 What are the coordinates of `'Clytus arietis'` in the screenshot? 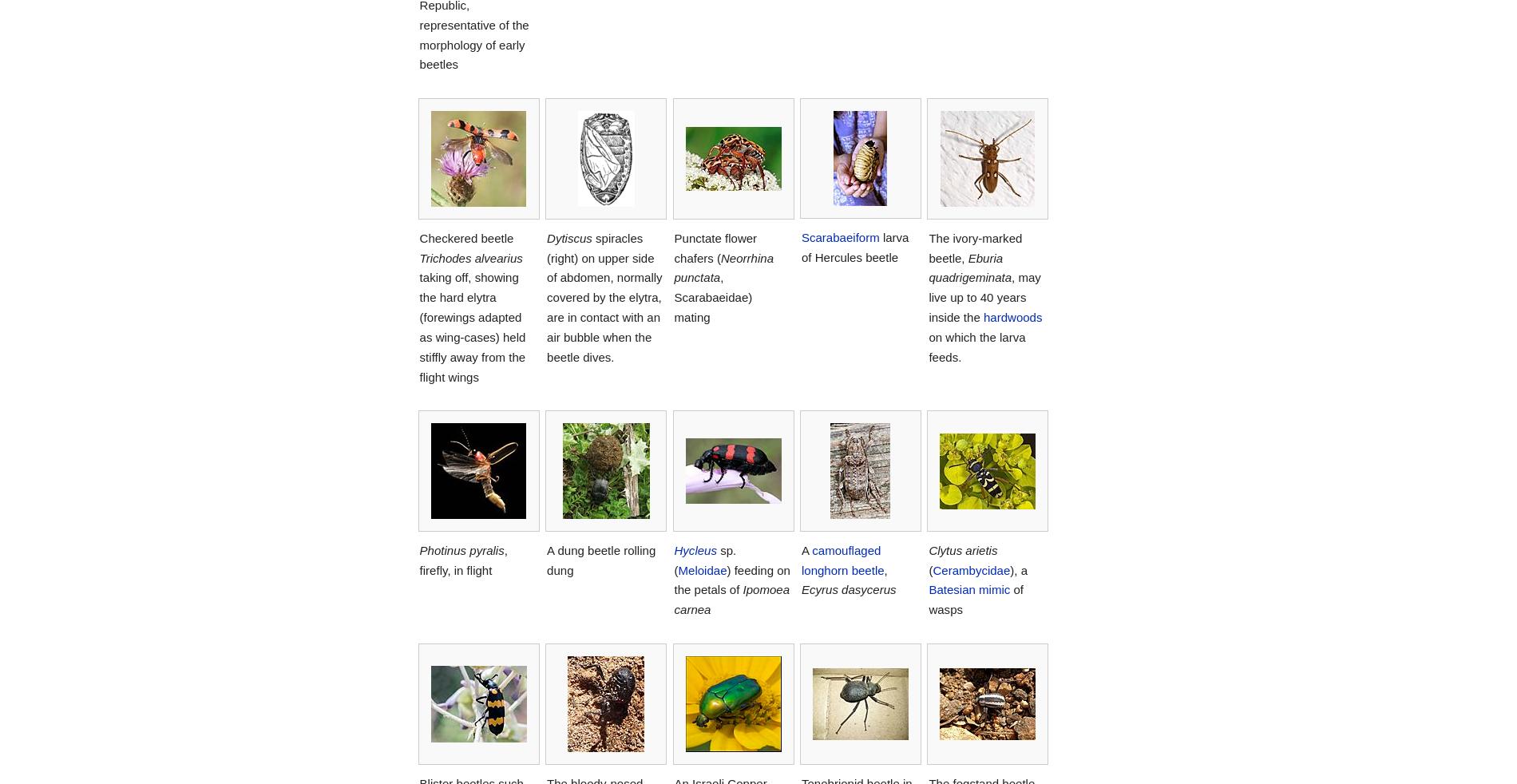 It's located at (961, 548).